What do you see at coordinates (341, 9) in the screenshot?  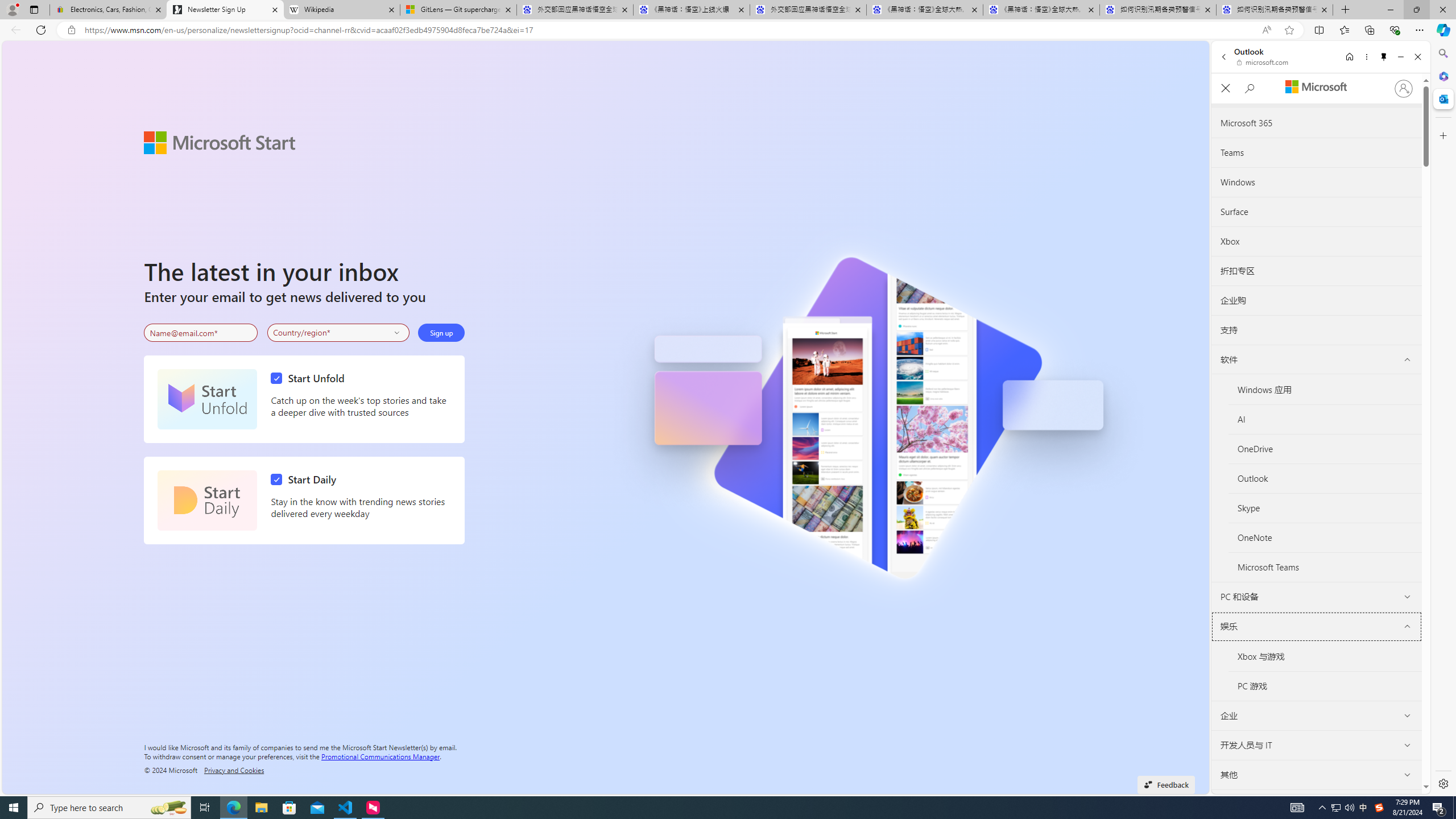 I see `'Wikipedia'` at bounding box center [341, 9].